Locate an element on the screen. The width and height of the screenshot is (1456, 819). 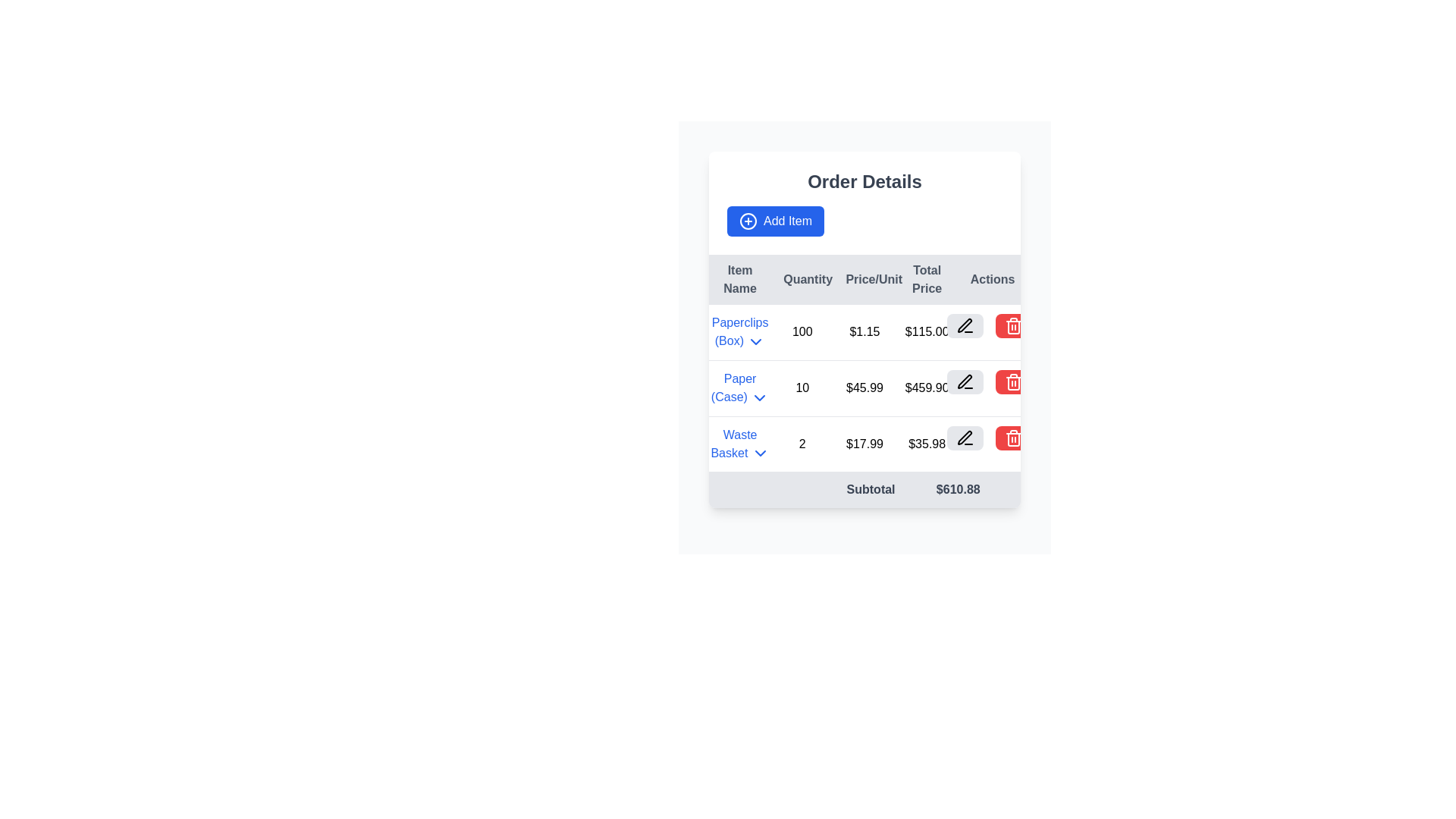
the static text display showing the quantity of 'Paperclips (Box)', which is located in the second column of the first row within the 'Order Details' section is located at coordinates (802, 331).